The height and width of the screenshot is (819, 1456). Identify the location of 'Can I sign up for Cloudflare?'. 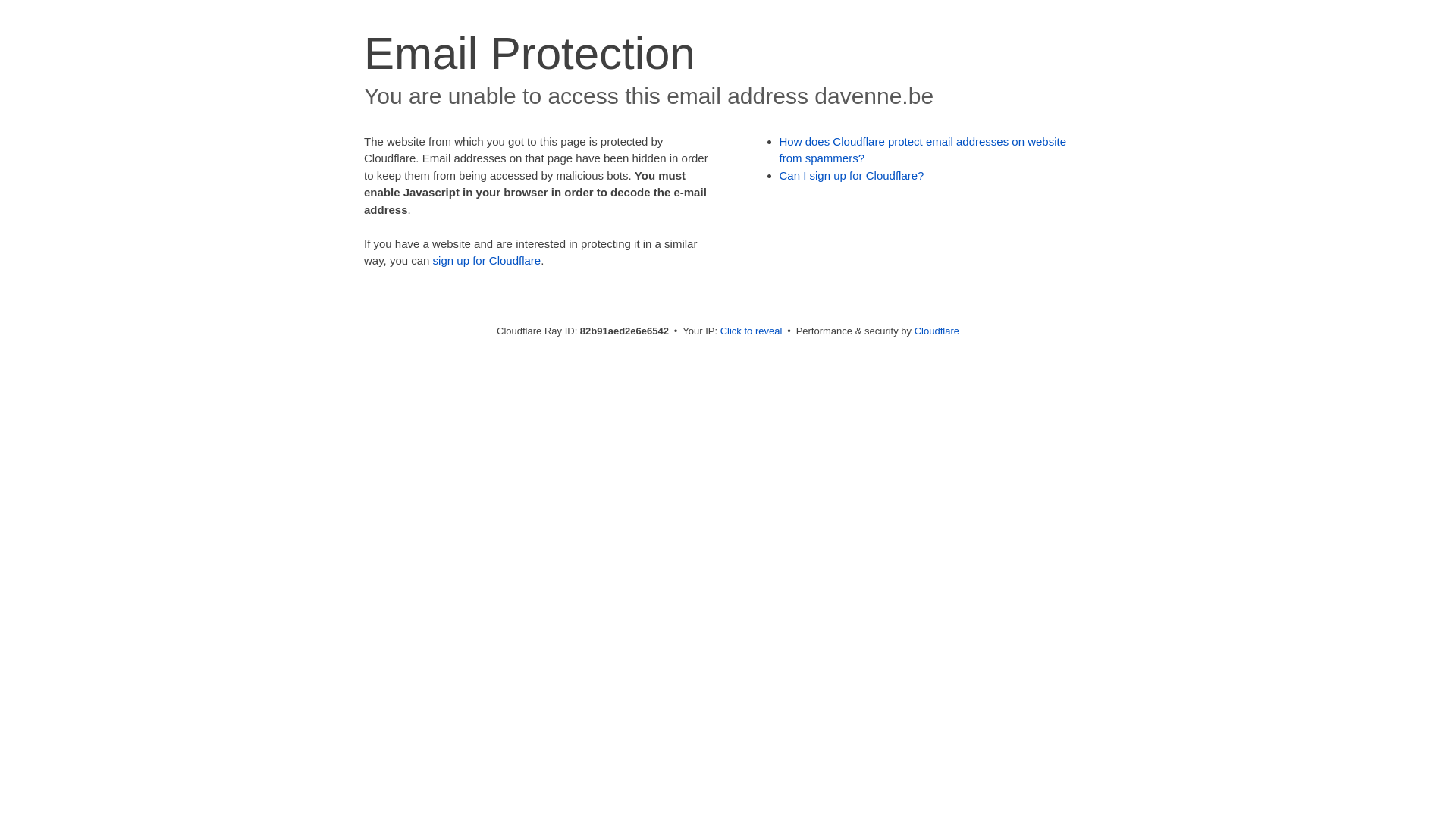
(852, 174).